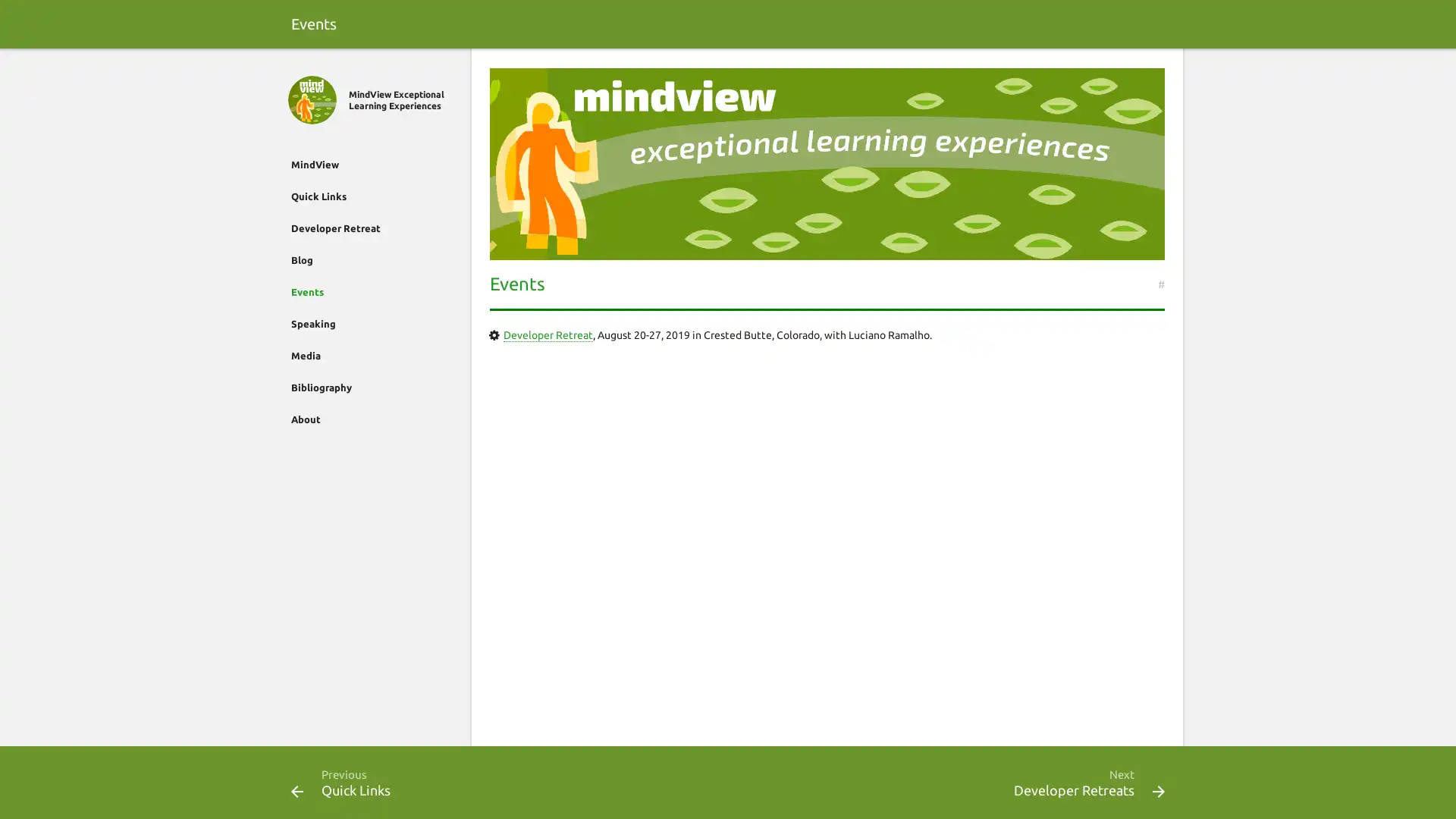 The height and width of the screenshot is (819, 1456). What do you see at coordinates (1157, 791) in the screenshot?
I see `Next` at bounding box center [1157, 791].